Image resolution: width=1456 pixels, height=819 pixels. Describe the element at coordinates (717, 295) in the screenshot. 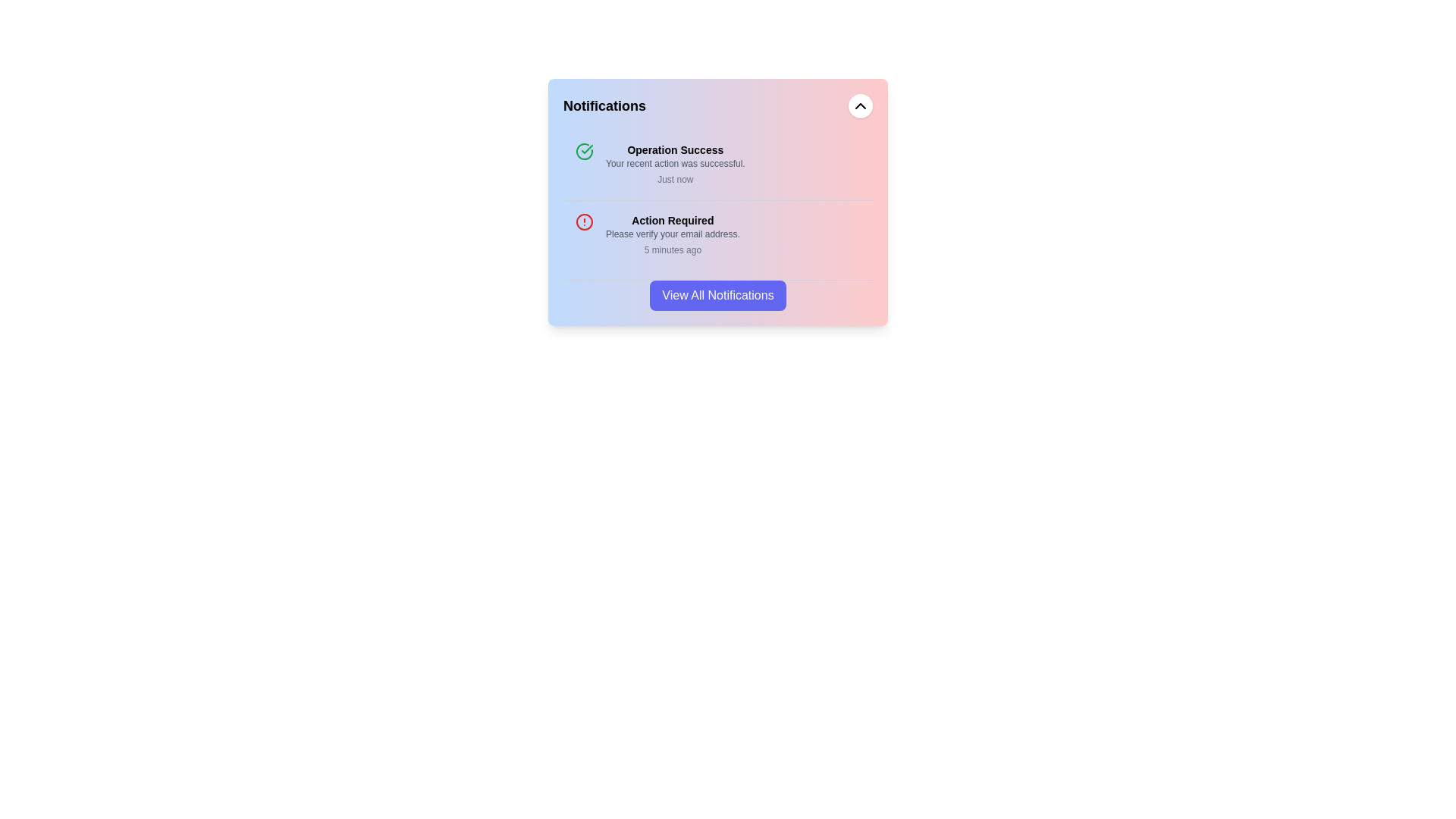

I see `the button located at the bottom center of the notification panel` at that location.